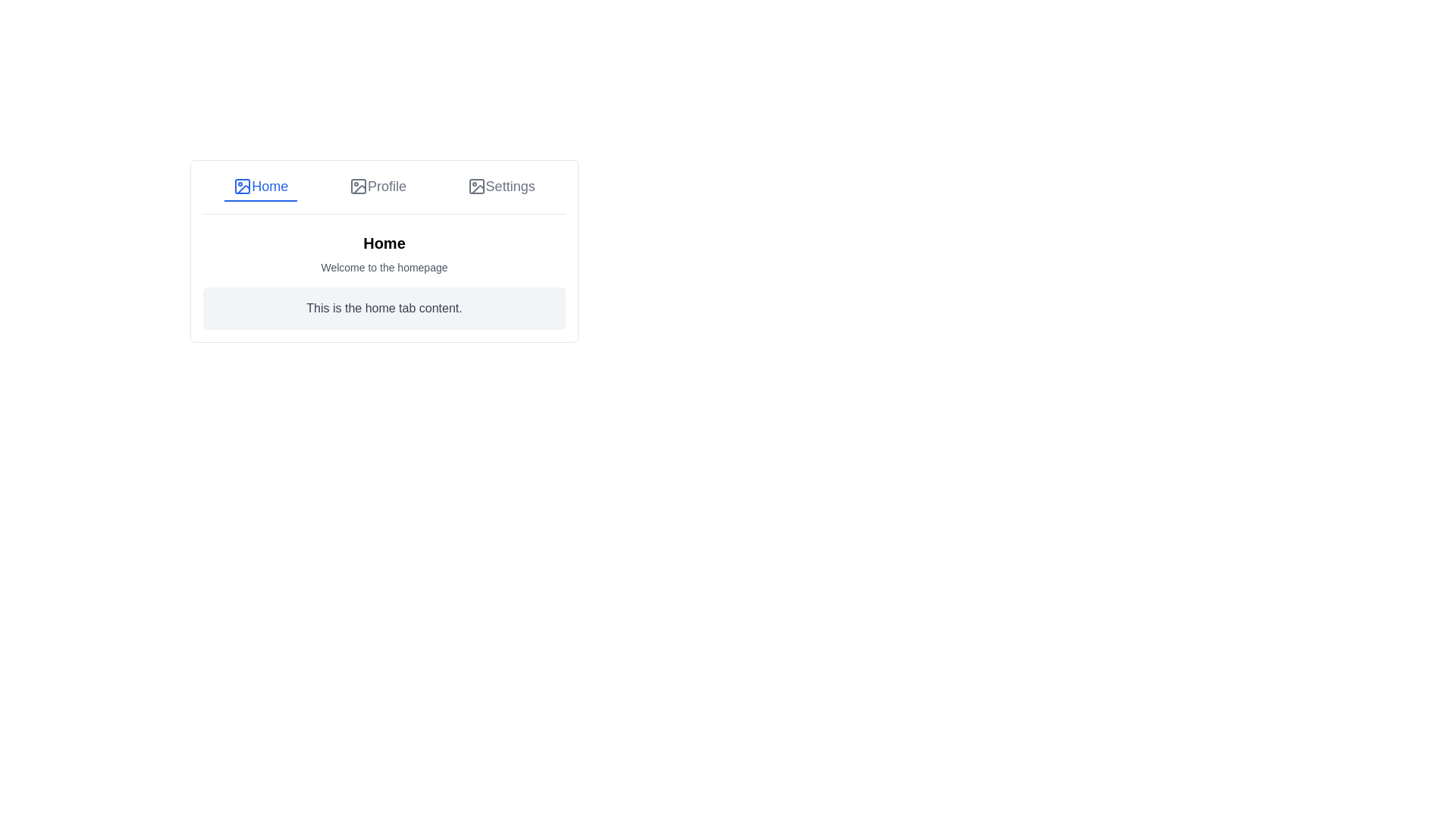  Describe the element at coordinates (243, 186) in the screenshot. I see `the rectangular SVG shape located within the 'Home' tab icon in the application interface, which is positioned towards the left side of the tab bar` at that location.